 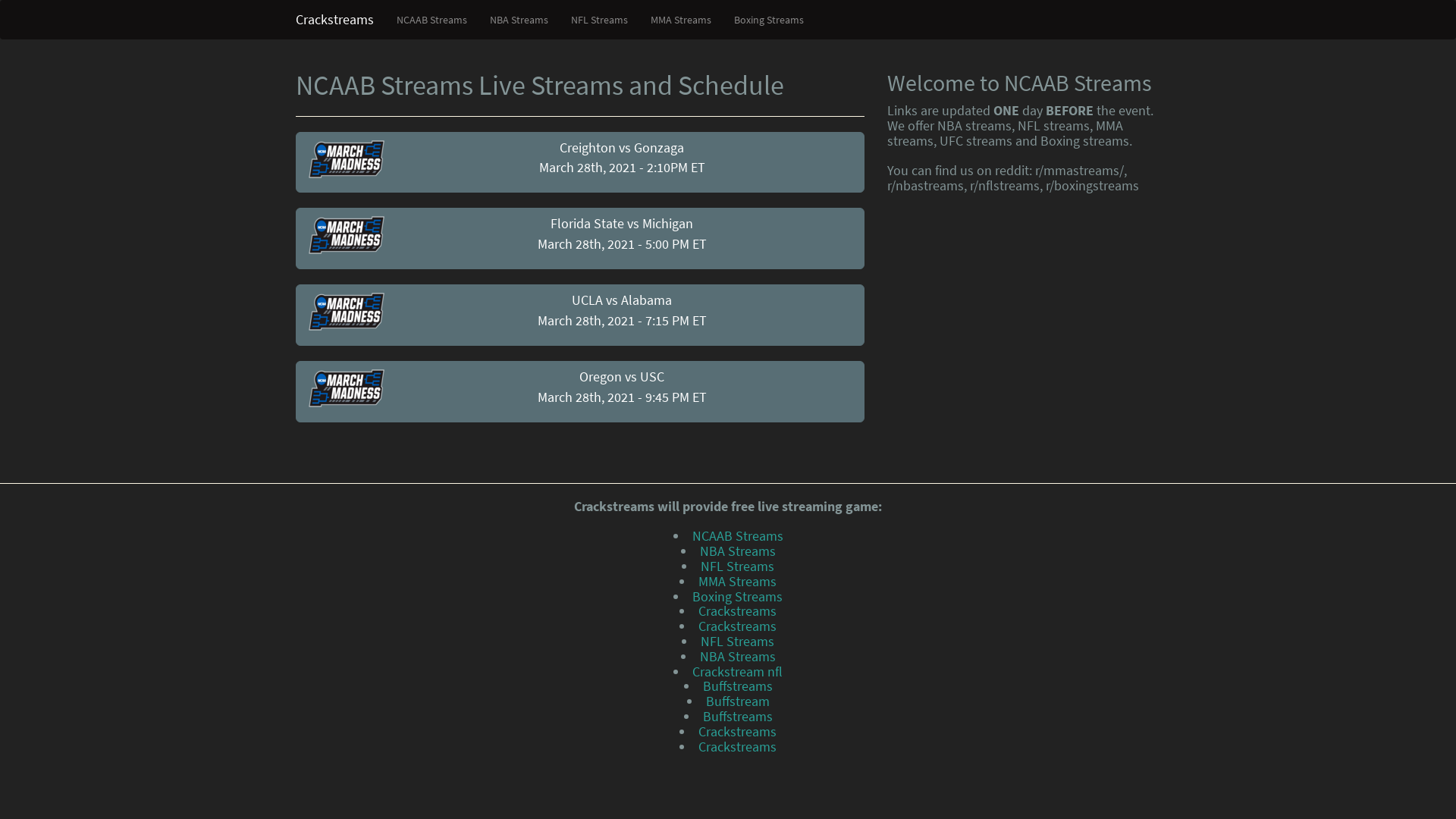 What do you see at coordinates (768, 20) in the screenshot?
I see `'Boxing Streams'` at bounding box center [768, 20].